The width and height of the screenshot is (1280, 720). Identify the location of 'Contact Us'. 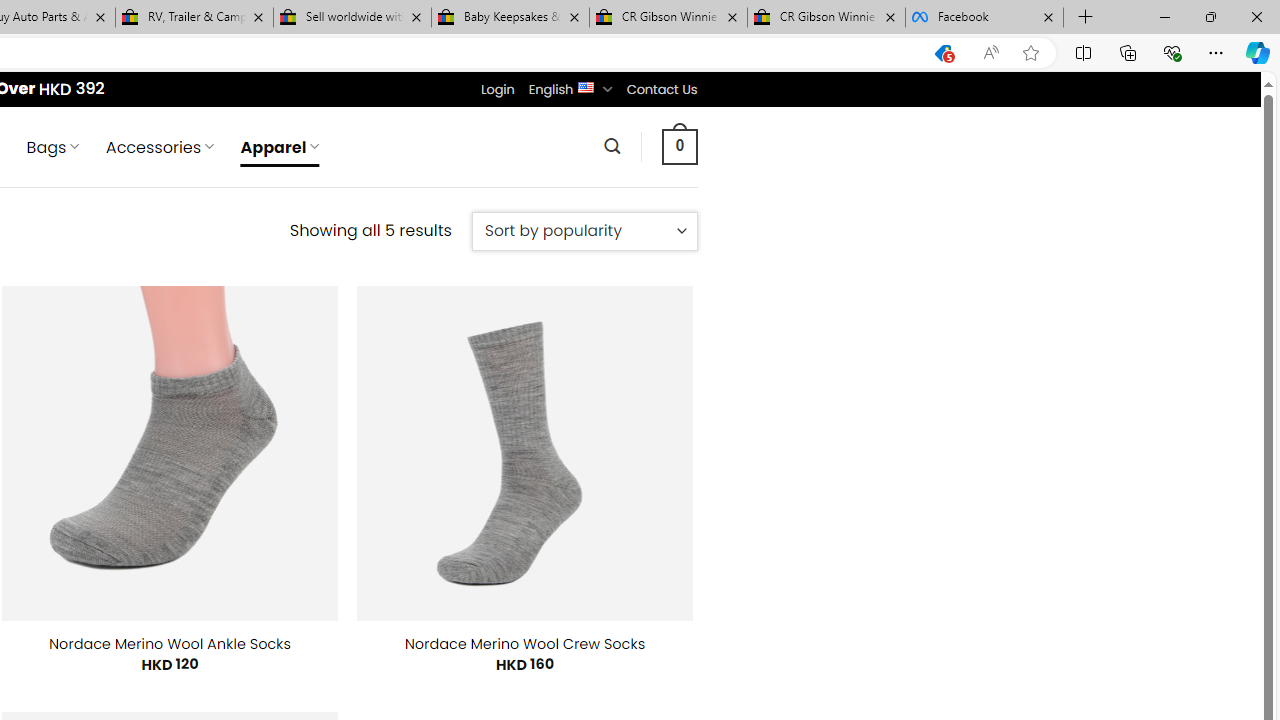
(661, 88).